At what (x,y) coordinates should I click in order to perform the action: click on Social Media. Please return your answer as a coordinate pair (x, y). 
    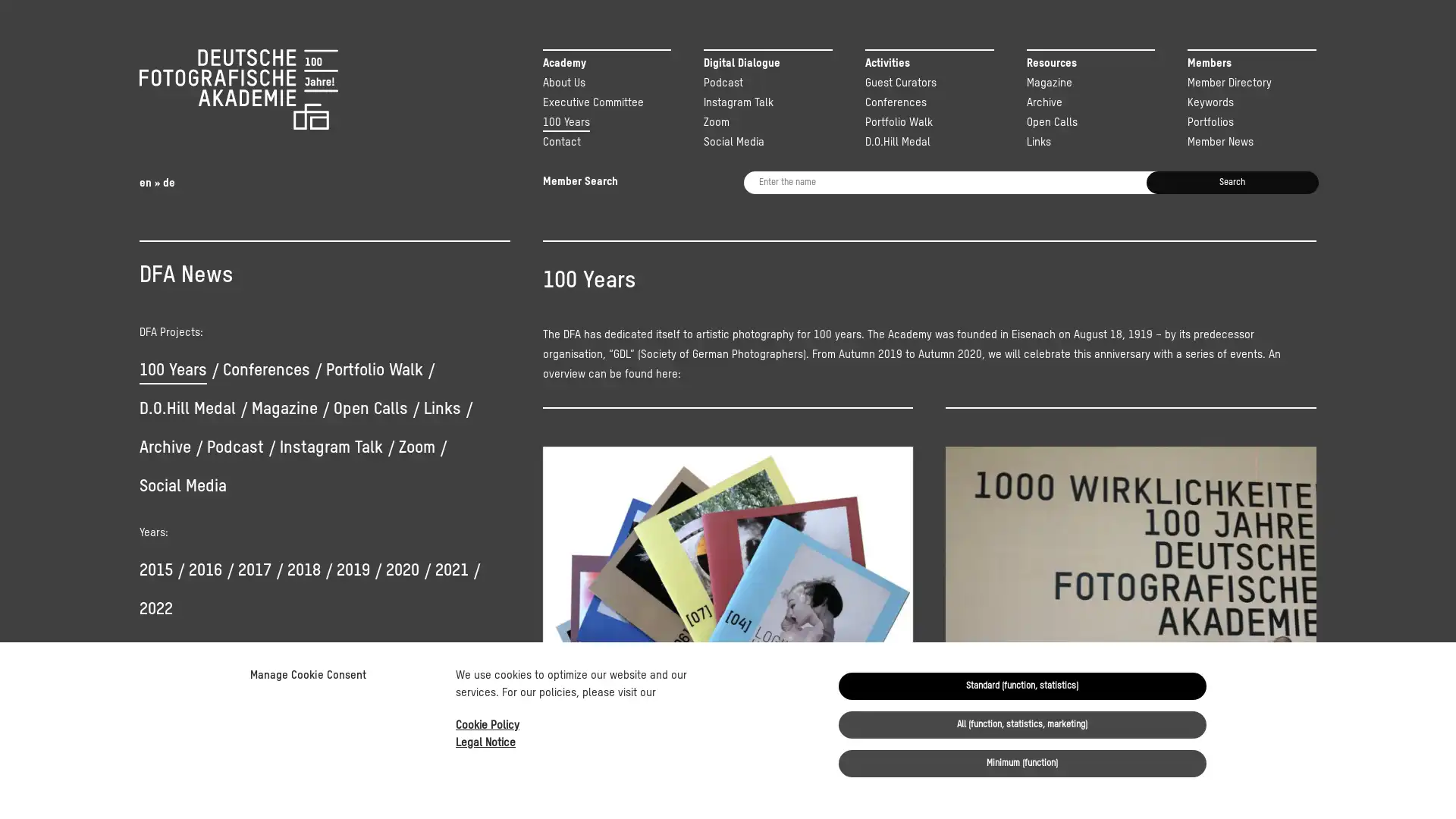
    Looking at the image, I should click on (182, 486).